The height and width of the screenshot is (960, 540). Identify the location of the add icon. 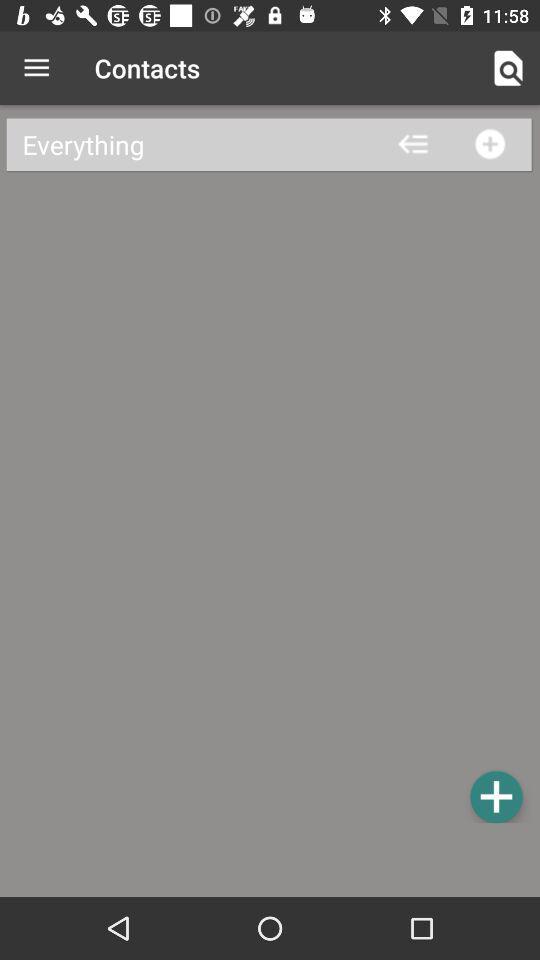
(495, 796).